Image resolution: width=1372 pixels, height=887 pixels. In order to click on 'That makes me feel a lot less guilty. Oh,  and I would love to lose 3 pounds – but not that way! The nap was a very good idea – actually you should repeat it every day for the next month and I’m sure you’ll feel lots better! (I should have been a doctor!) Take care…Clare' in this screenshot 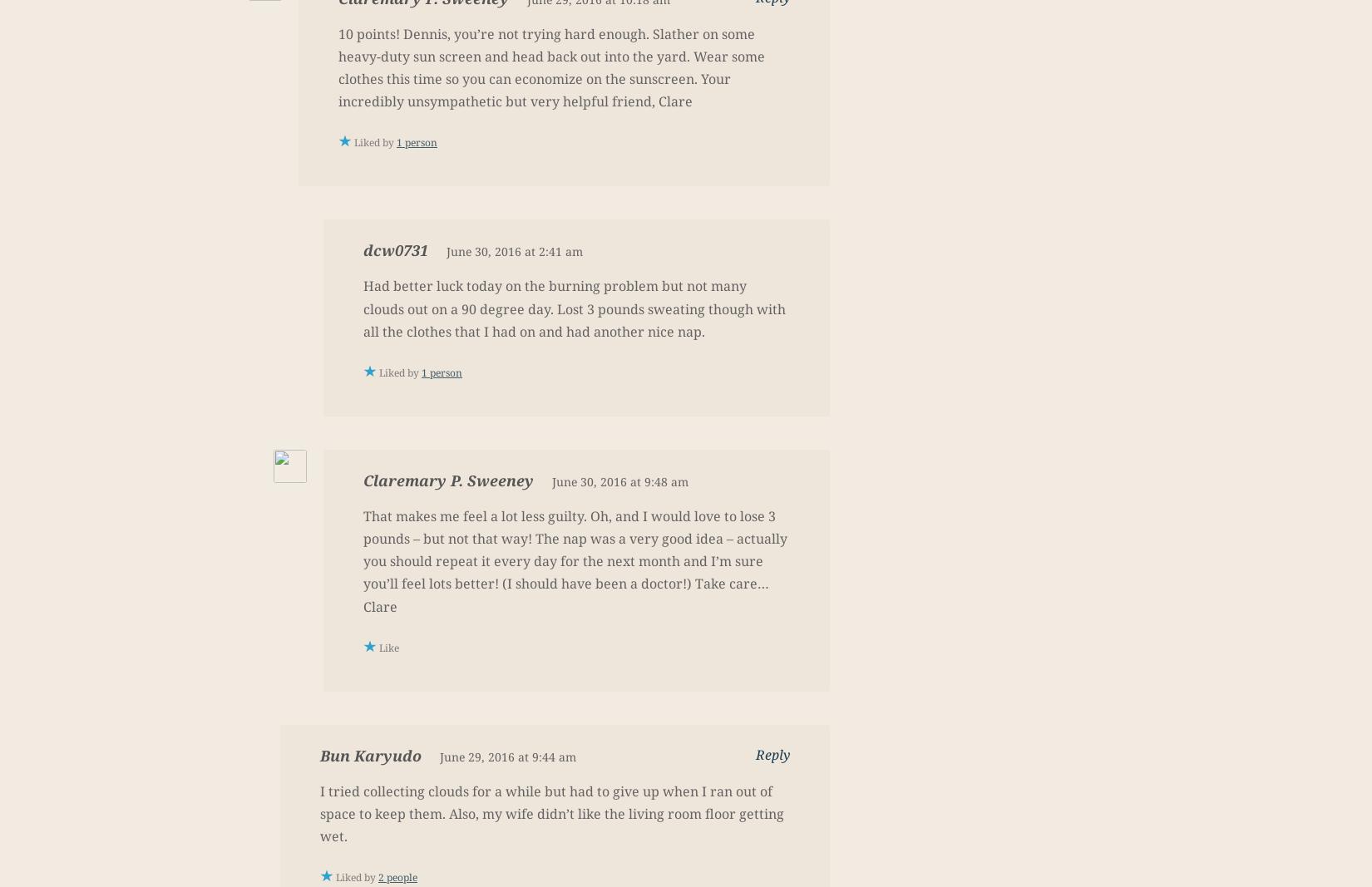, I will do `click(575, 560)`.